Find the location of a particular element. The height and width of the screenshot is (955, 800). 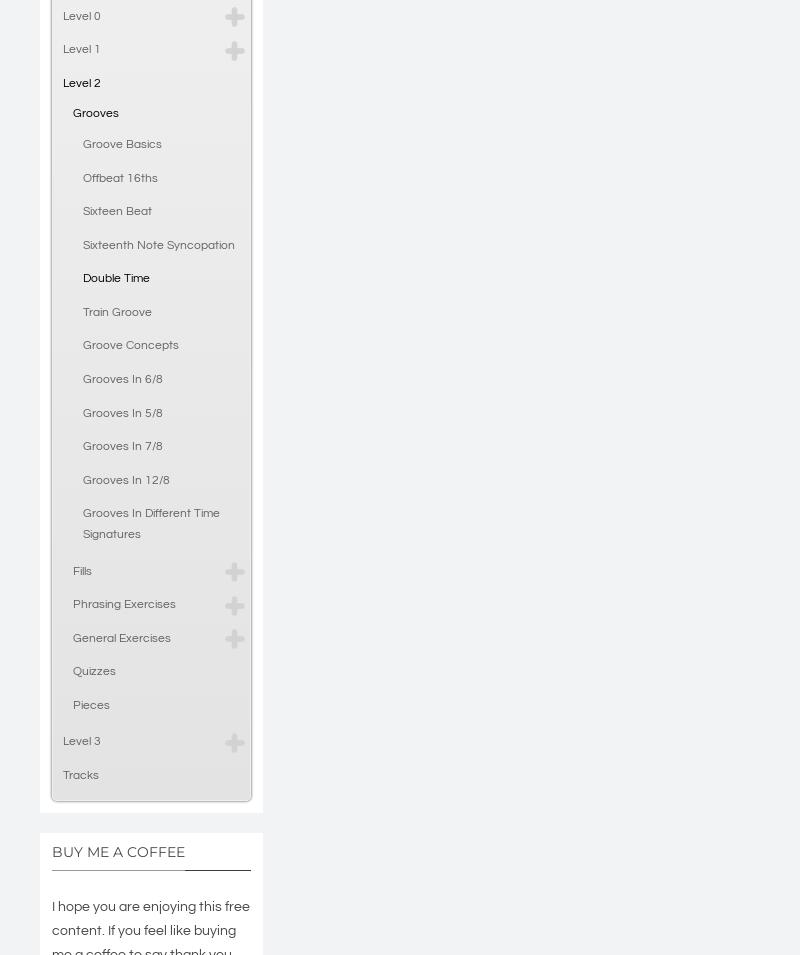

'General Exercises' is located at coordinates (72, 636).